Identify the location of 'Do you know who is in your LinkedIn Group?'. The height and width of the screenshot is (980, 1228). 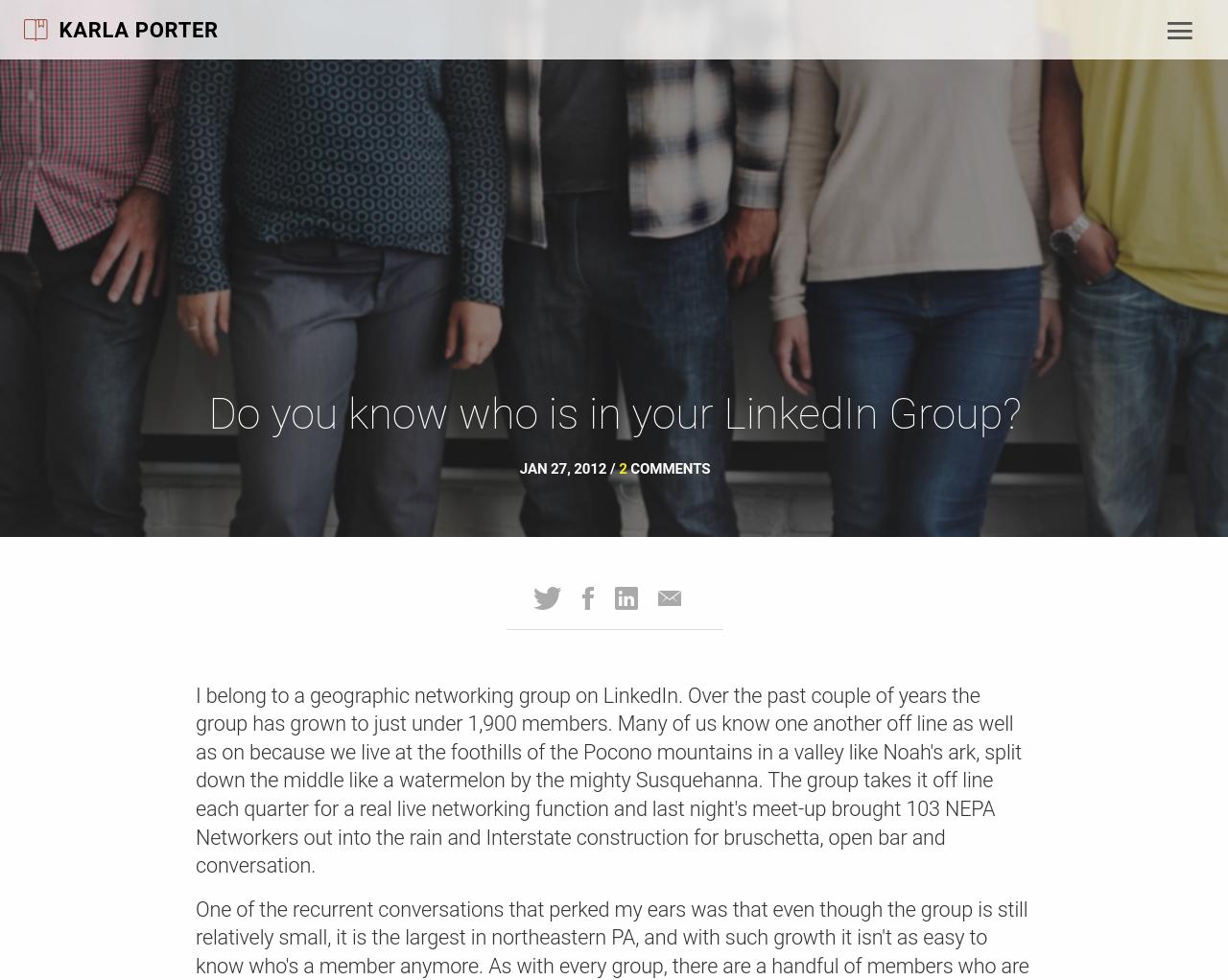
(207, 412).